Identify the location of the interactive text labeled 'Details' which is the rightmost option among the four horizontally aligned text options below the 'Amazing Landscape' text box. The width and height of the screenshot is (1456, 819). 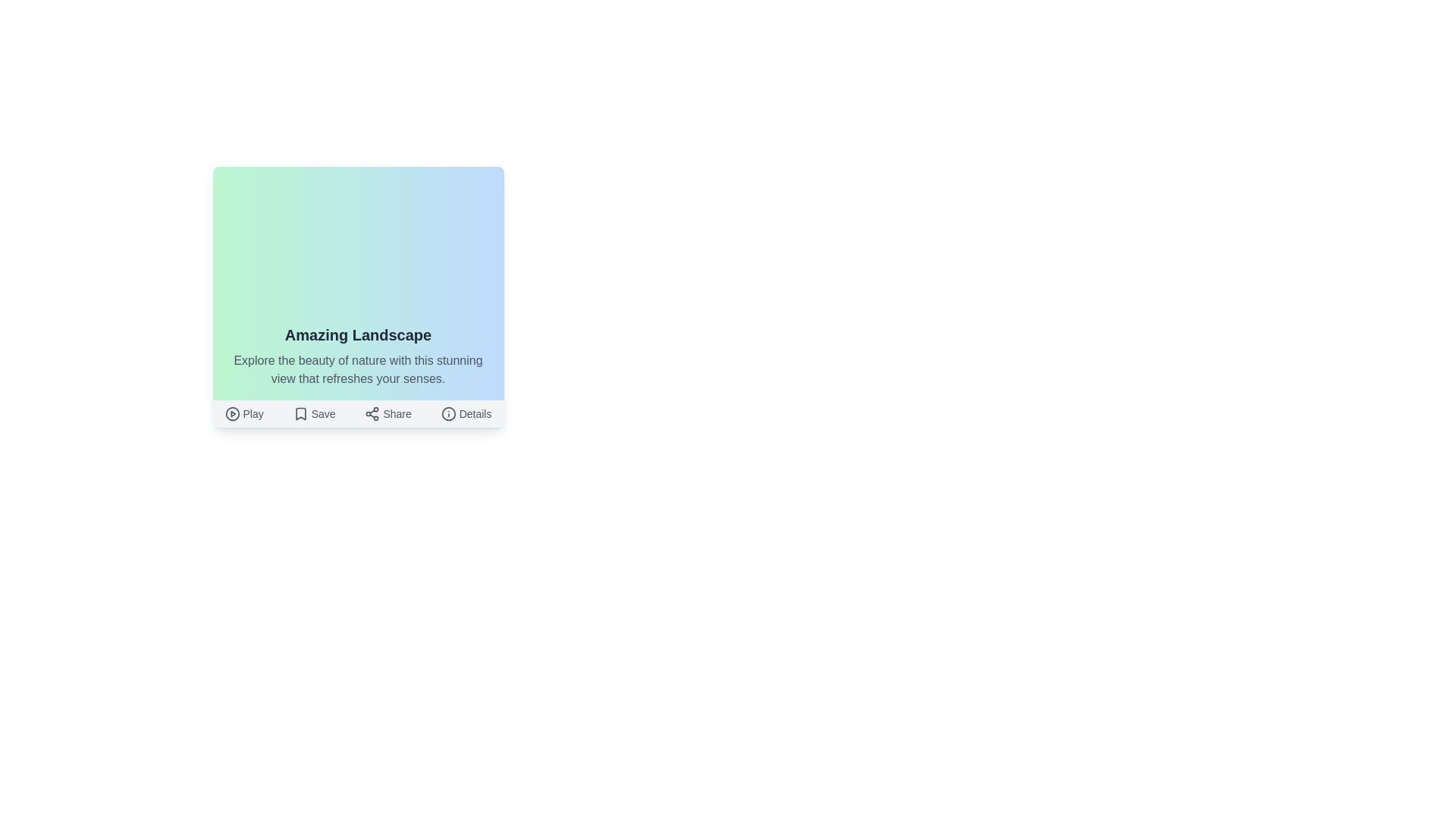
(466, 414).